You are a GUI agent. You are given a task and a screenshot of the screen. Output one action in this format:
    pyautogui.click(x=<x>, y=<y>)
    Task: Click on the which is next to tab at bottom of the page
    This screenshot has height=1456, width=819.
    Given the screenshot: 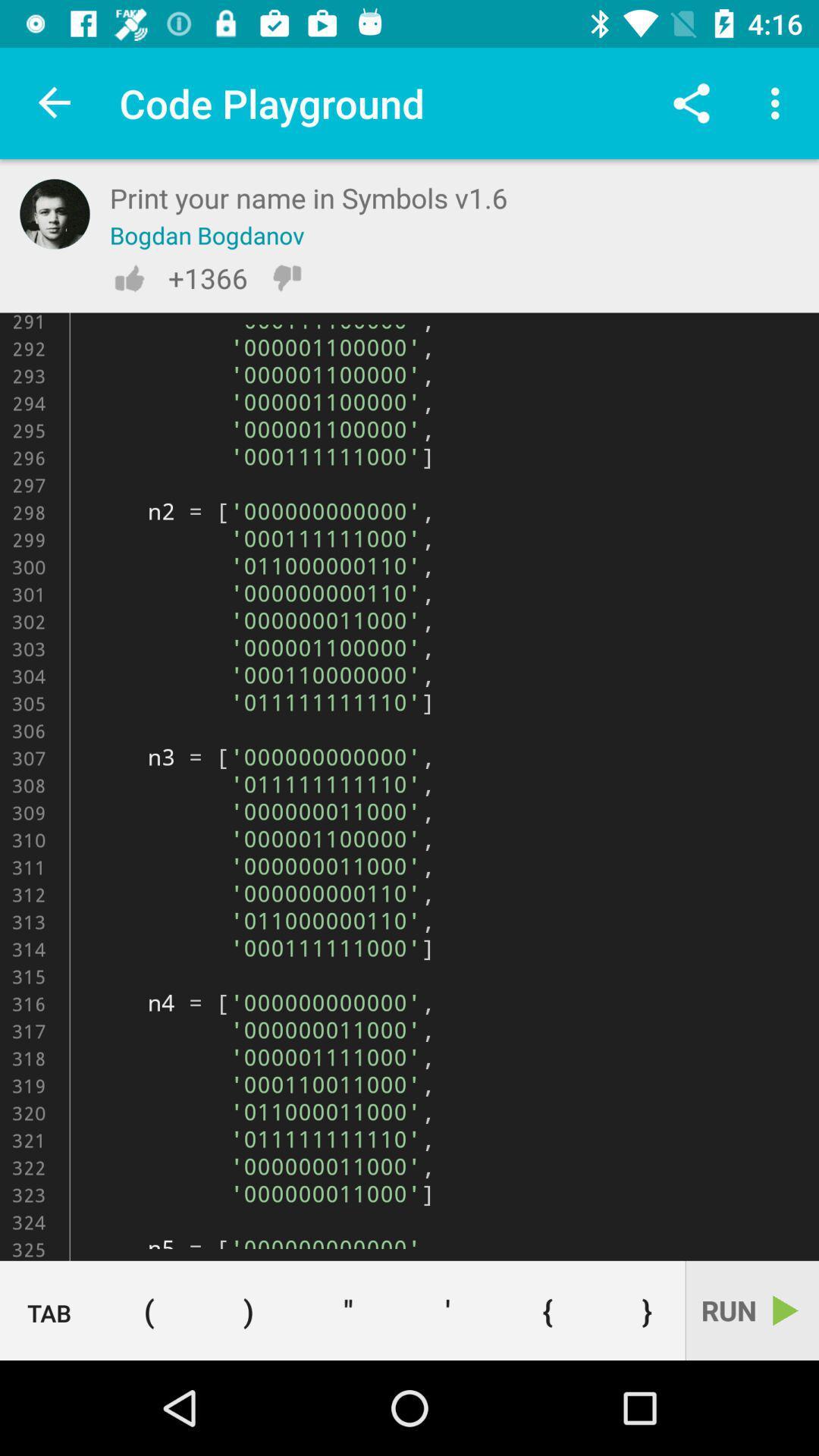 What is the action you would take?
    pyautogui.click(x=149, y=1310)
    